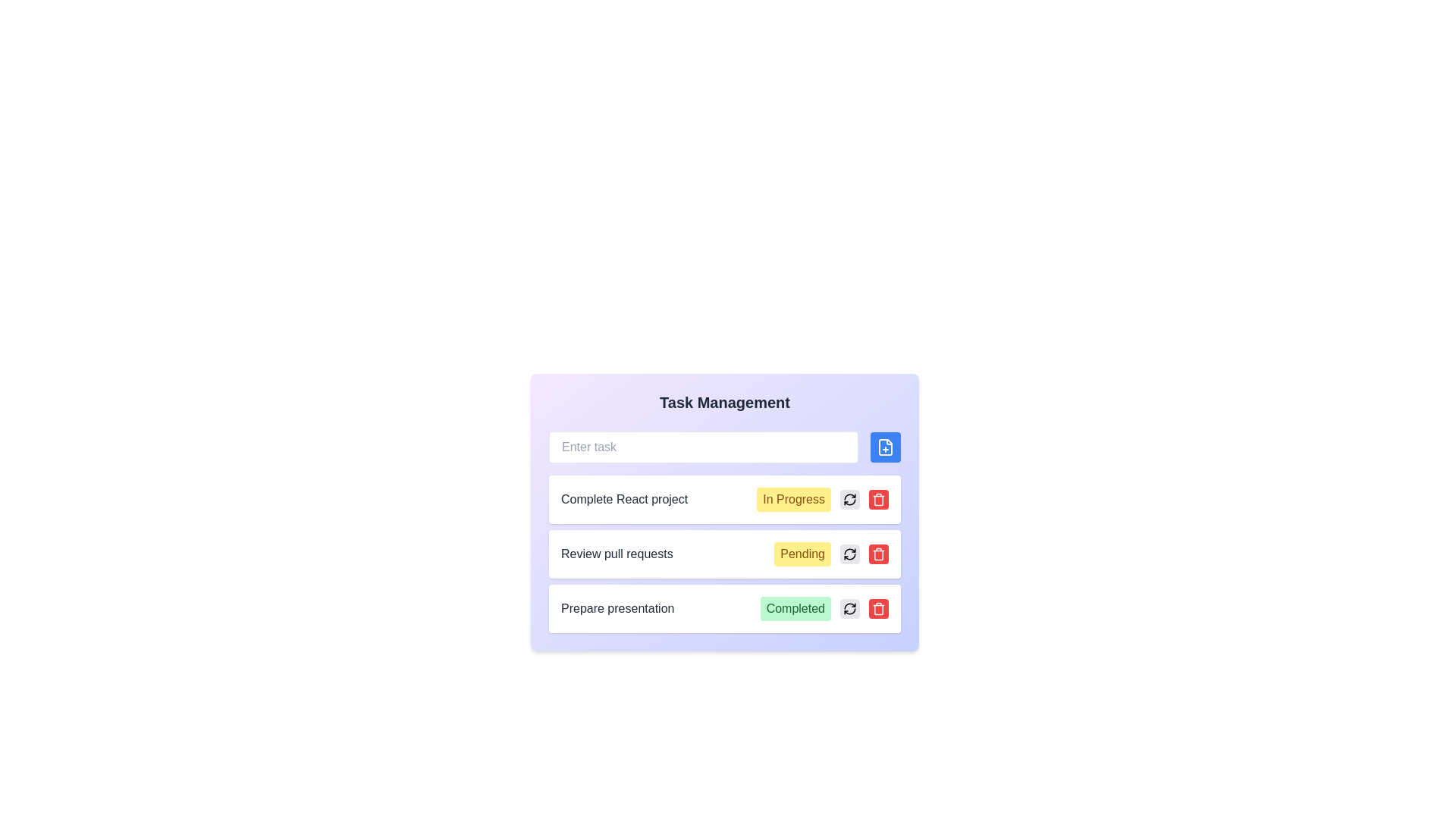 The image size is (1456, 819). Describe the element at coordinates (850, 607) in the screenshot. I see `the circular refresh button with a gray background` at that location.